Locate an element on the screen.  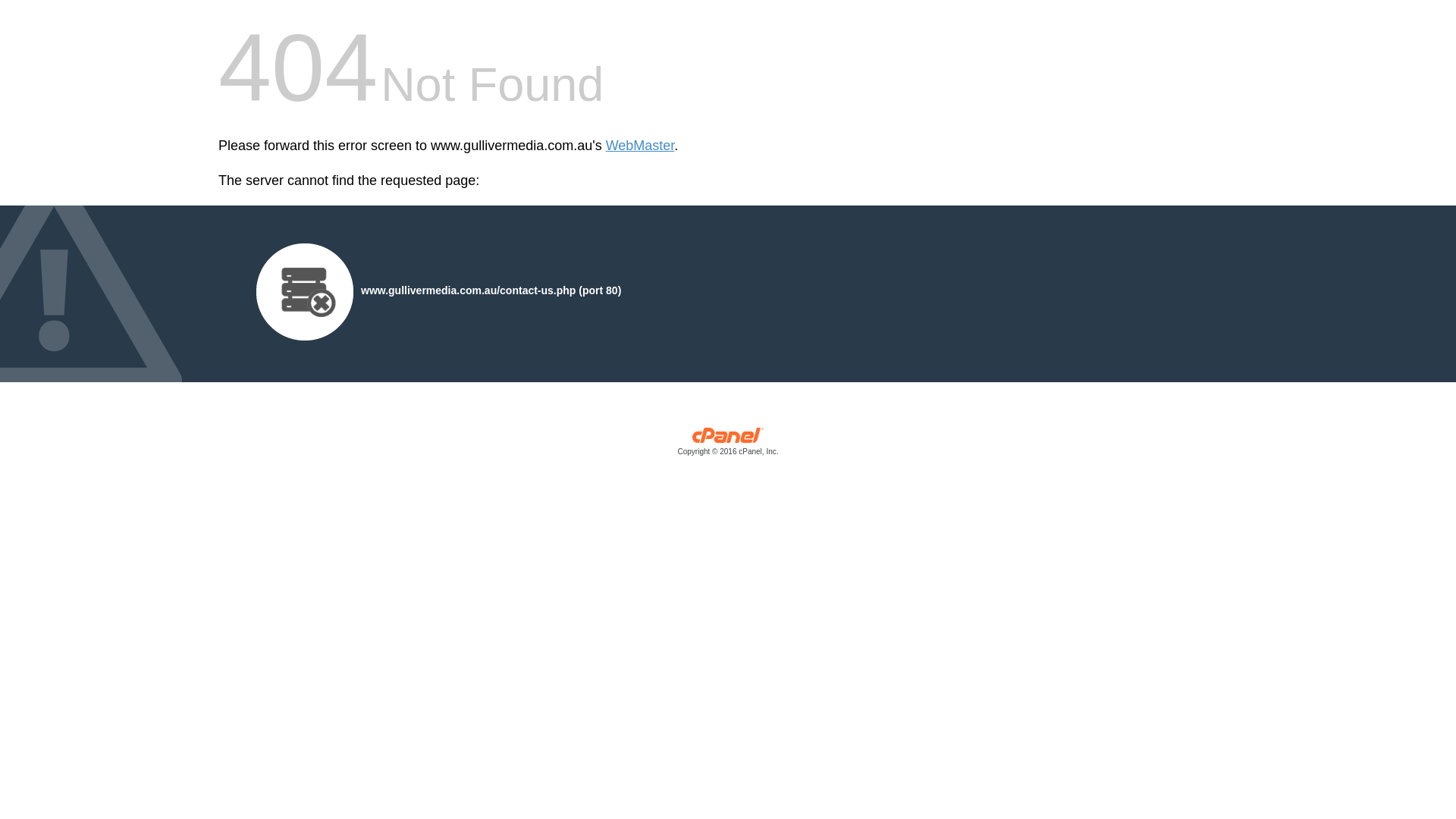
'WebMaster' is located at coordinates (640, 146).